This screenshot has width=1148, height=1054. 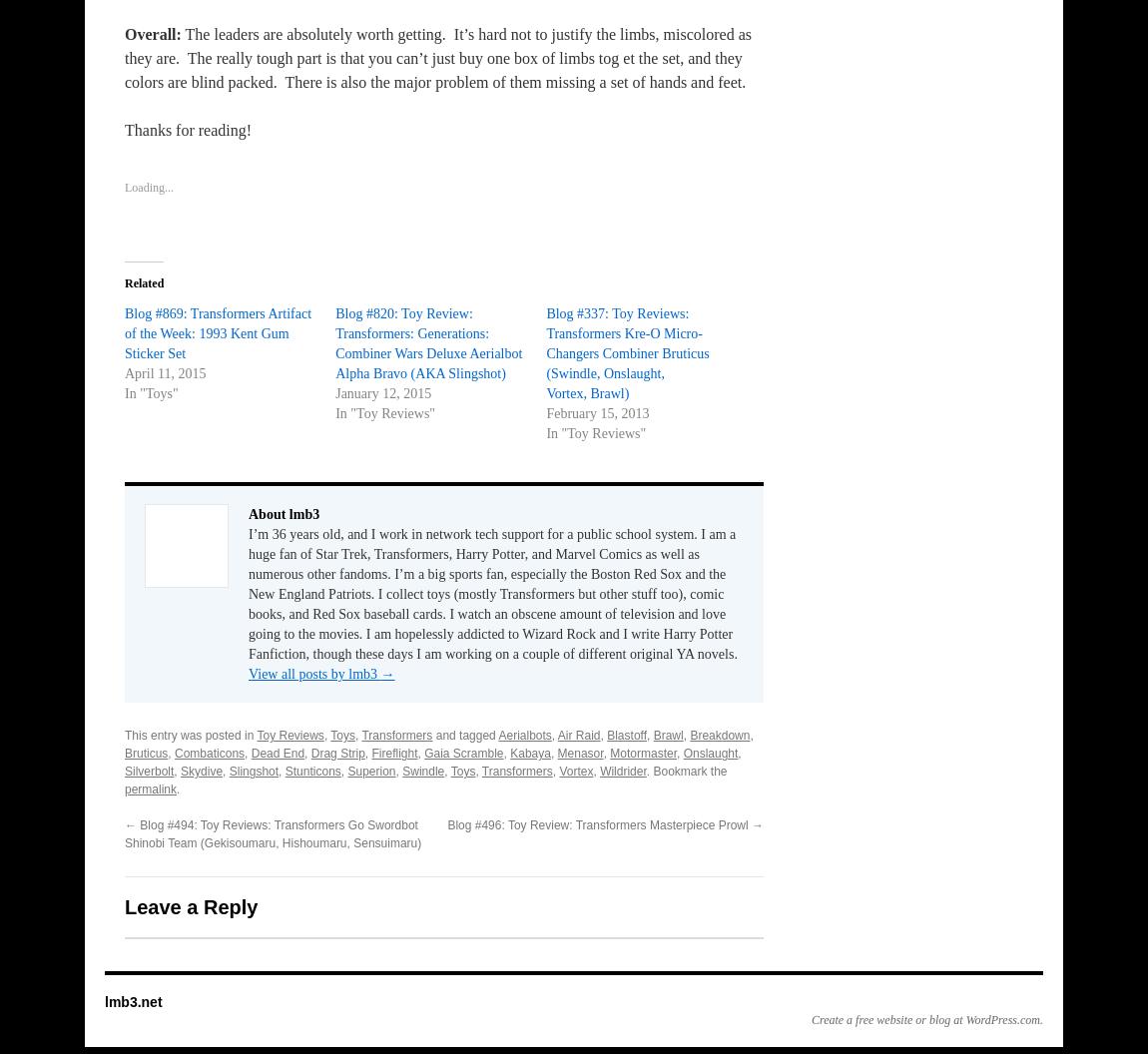 What do you see at coordinates (682, 753) in the screenshot?
I see `'Onslaught'` at bounding box center [682, 753].